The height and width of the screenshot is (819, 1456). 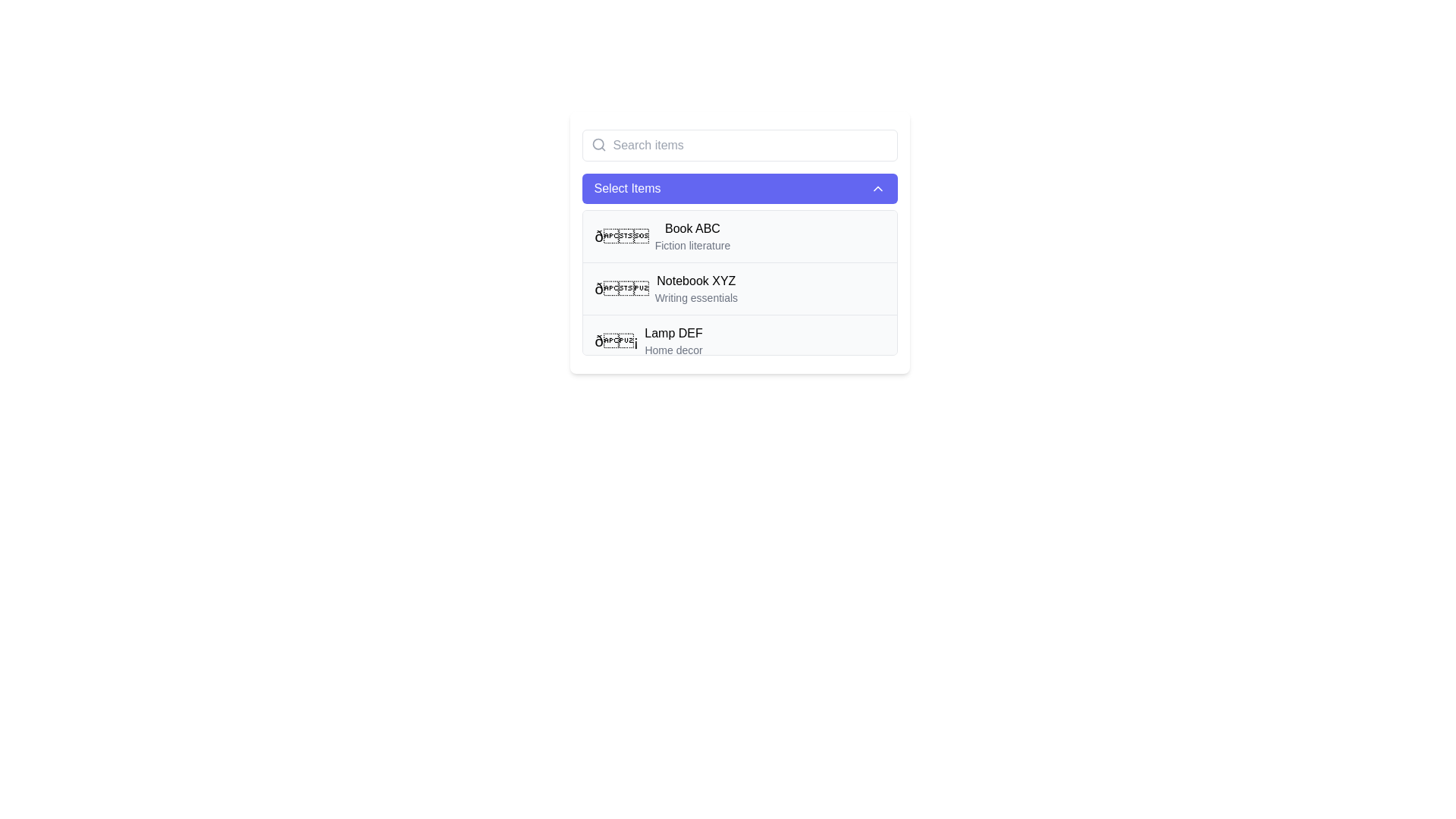 What do you see at coordinates (673, 350) in the screenshot?
I see `the text label 'Home decor', which is a small gray font subtitle located below 'Lamp DEF' in a list item` at bounding box center [673, 350].